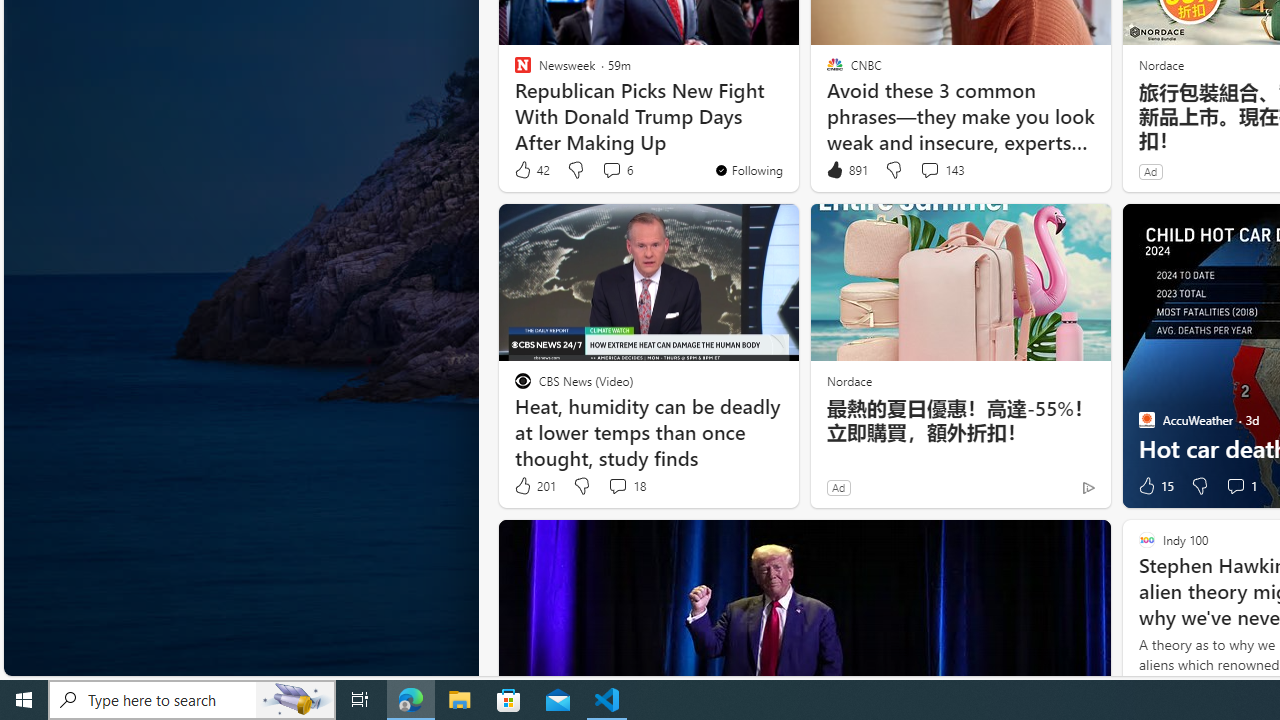 This screenshot has width=1280, height=720. I want to click on 'View comments 143 Comment', so click(928, 168).